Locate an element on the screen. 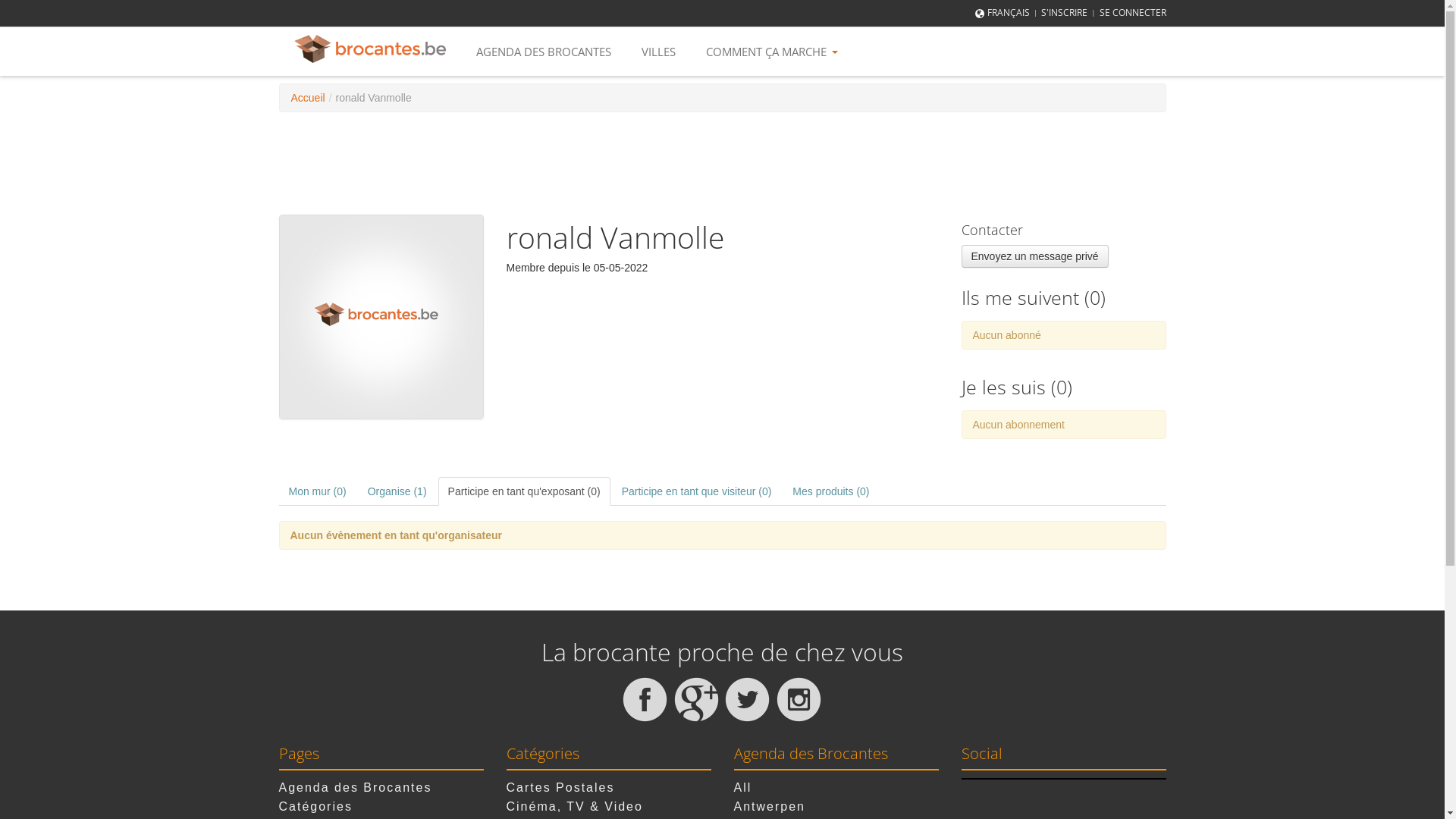 The width and height of the screenshot is (1456, 819). 'S'INSCRIRE' is located at coordinates (1063, 12).